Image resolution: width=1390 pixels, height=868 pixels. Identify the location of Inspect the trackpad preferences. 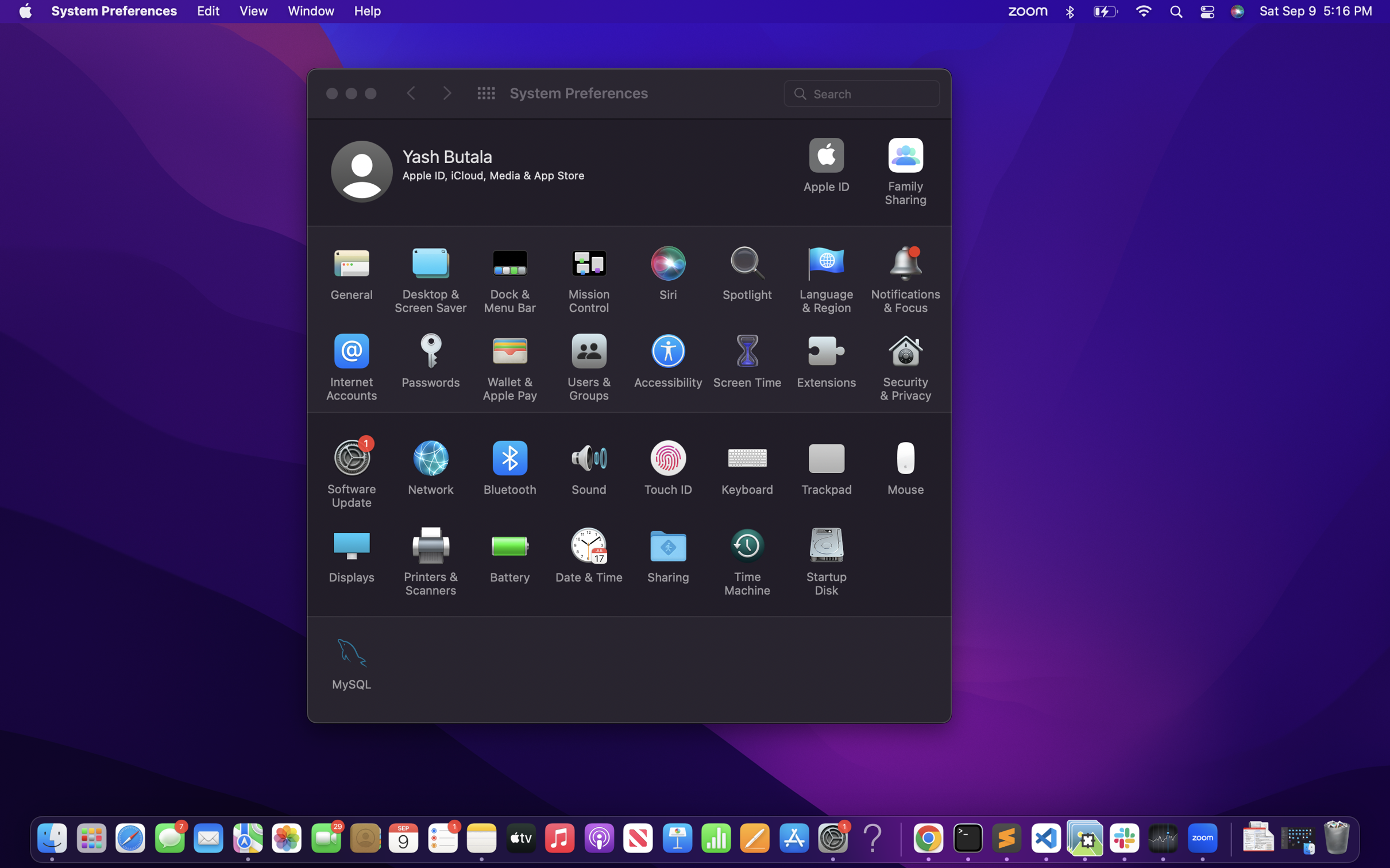
(827, 464).